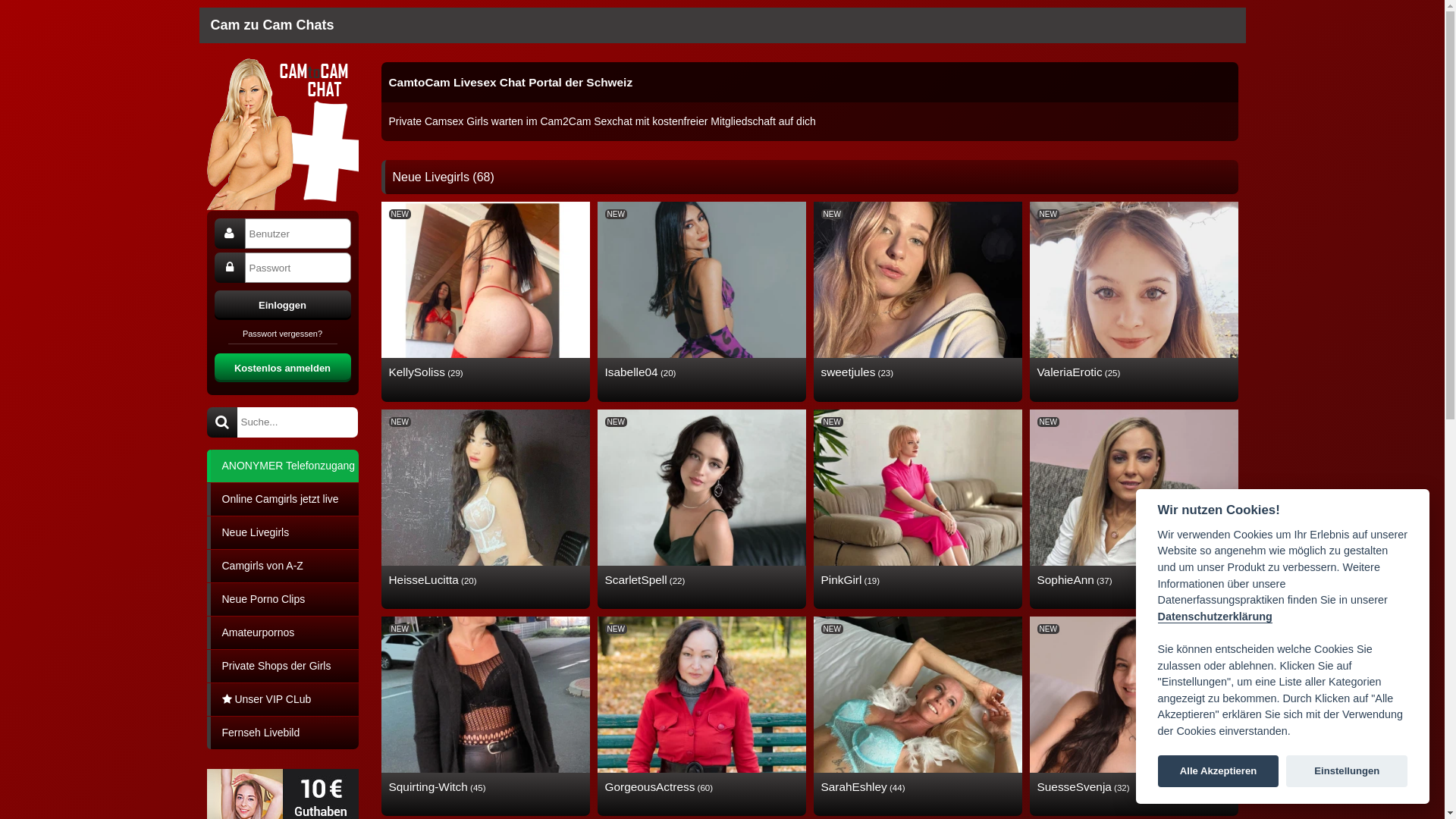  Describe the element at coordinates (281, 632) in the screenshot. I see `'Amateurpornos'` at that location.